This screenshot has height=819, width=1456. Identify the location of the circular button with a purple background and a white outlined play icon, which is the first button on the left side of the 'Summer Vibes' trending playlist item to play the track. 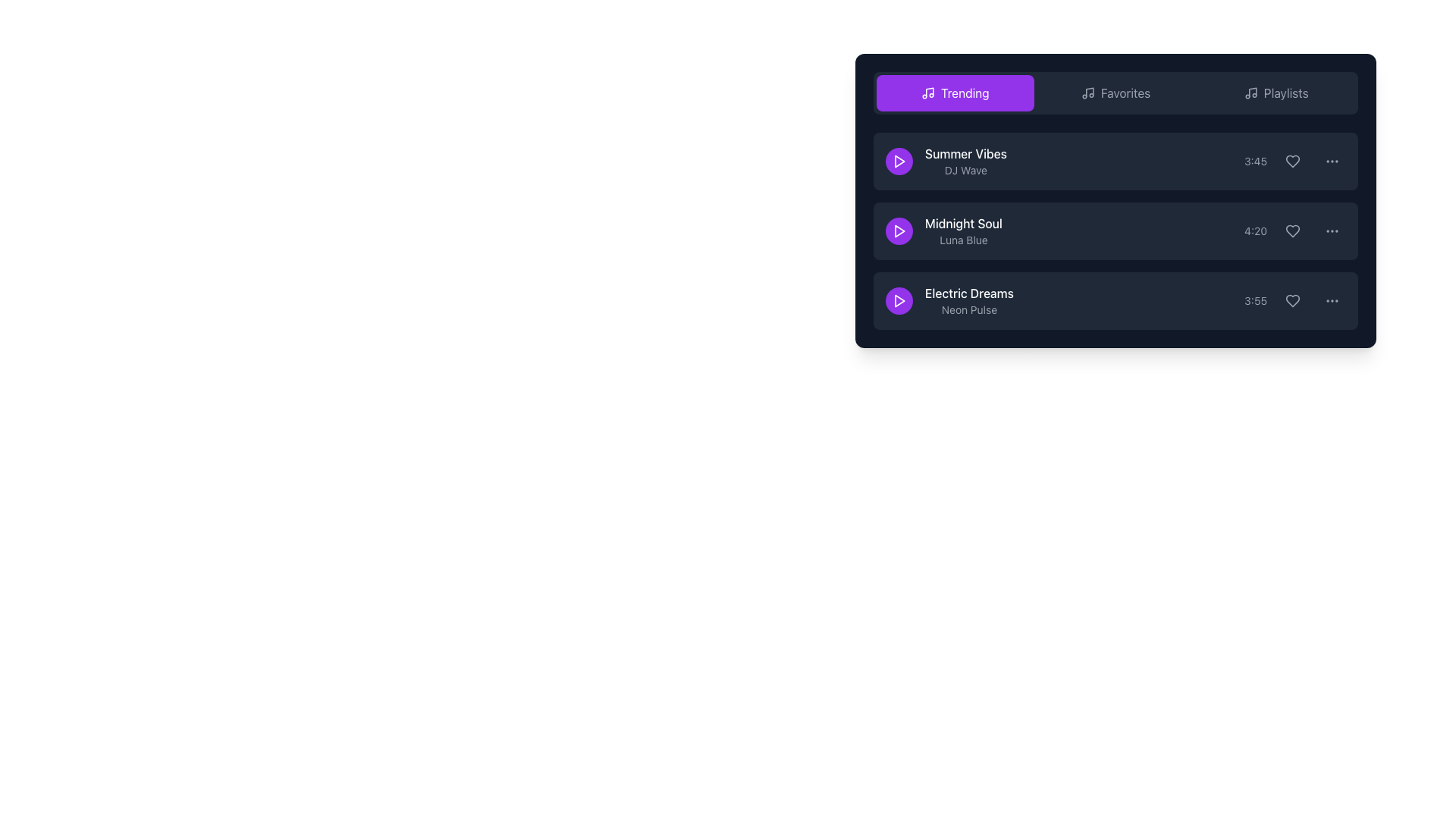
(899, 161).